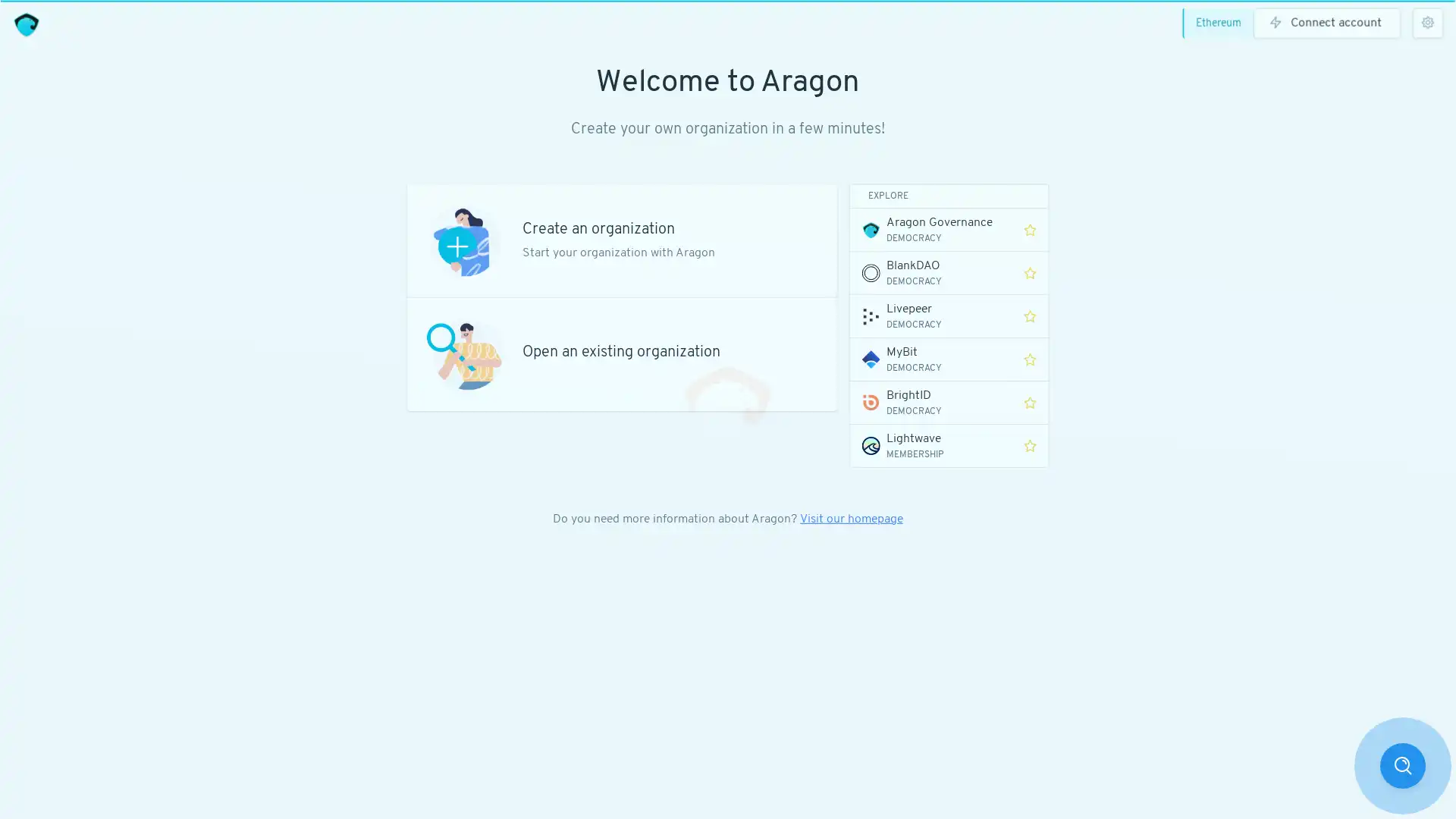 The image size is (1456, 819). I want to click on Open an existing organization, so click(622, 353).